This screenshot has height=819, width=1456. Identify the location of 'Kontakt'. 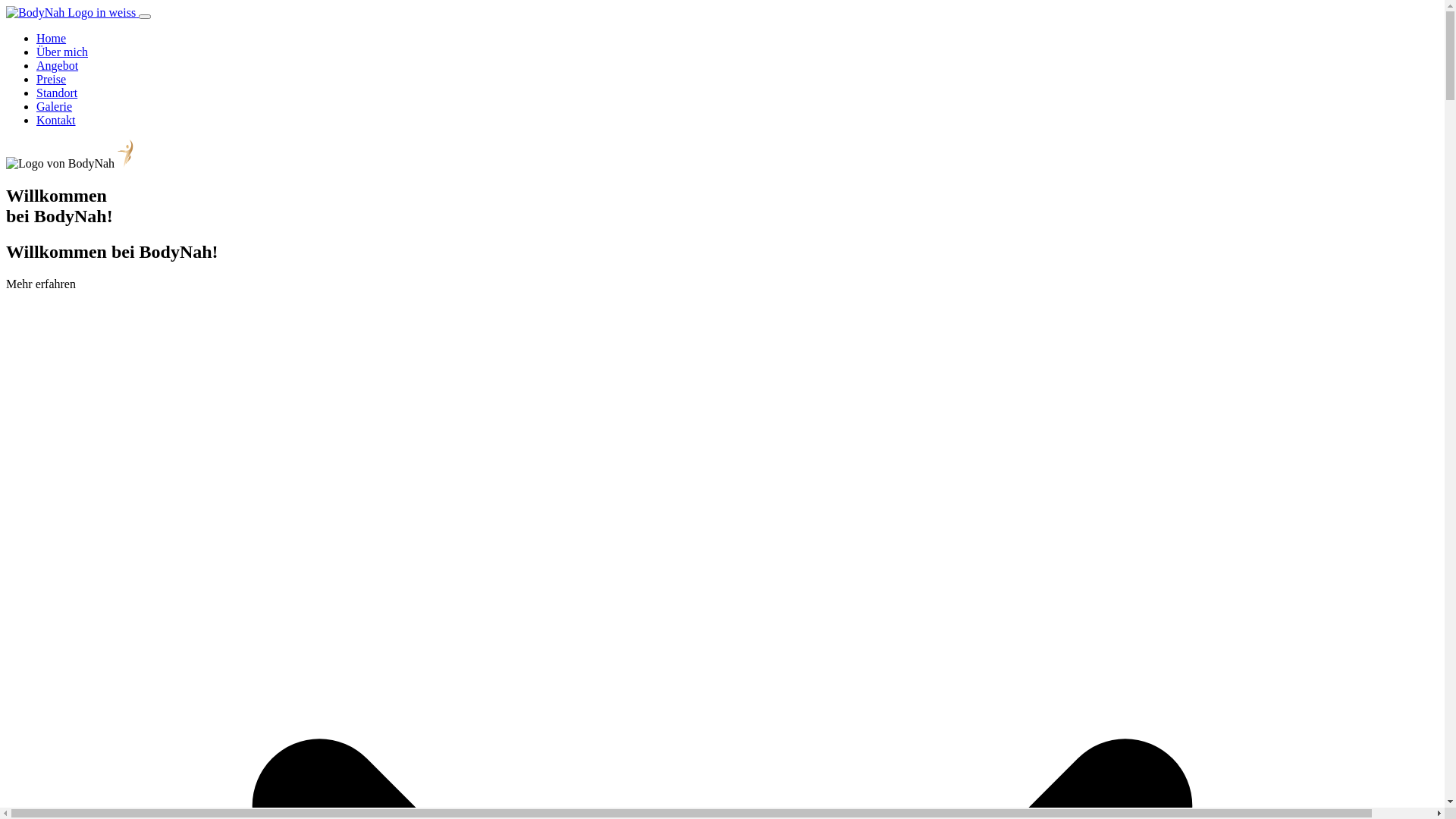
(55, 119).